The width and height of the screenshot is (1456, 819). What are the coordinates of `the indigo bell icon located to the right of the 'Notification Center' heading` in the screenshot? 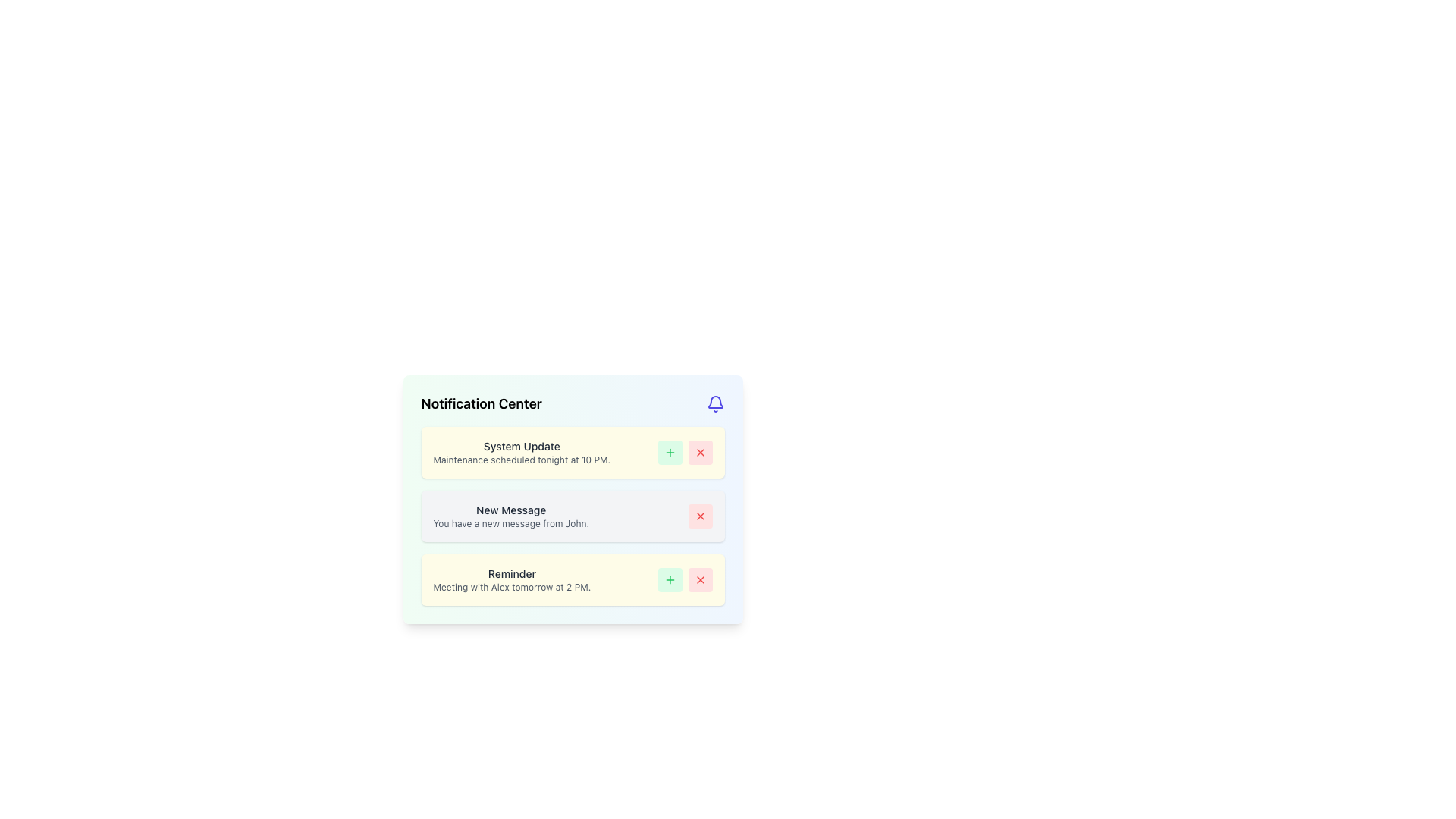 It's located at (714, 403).